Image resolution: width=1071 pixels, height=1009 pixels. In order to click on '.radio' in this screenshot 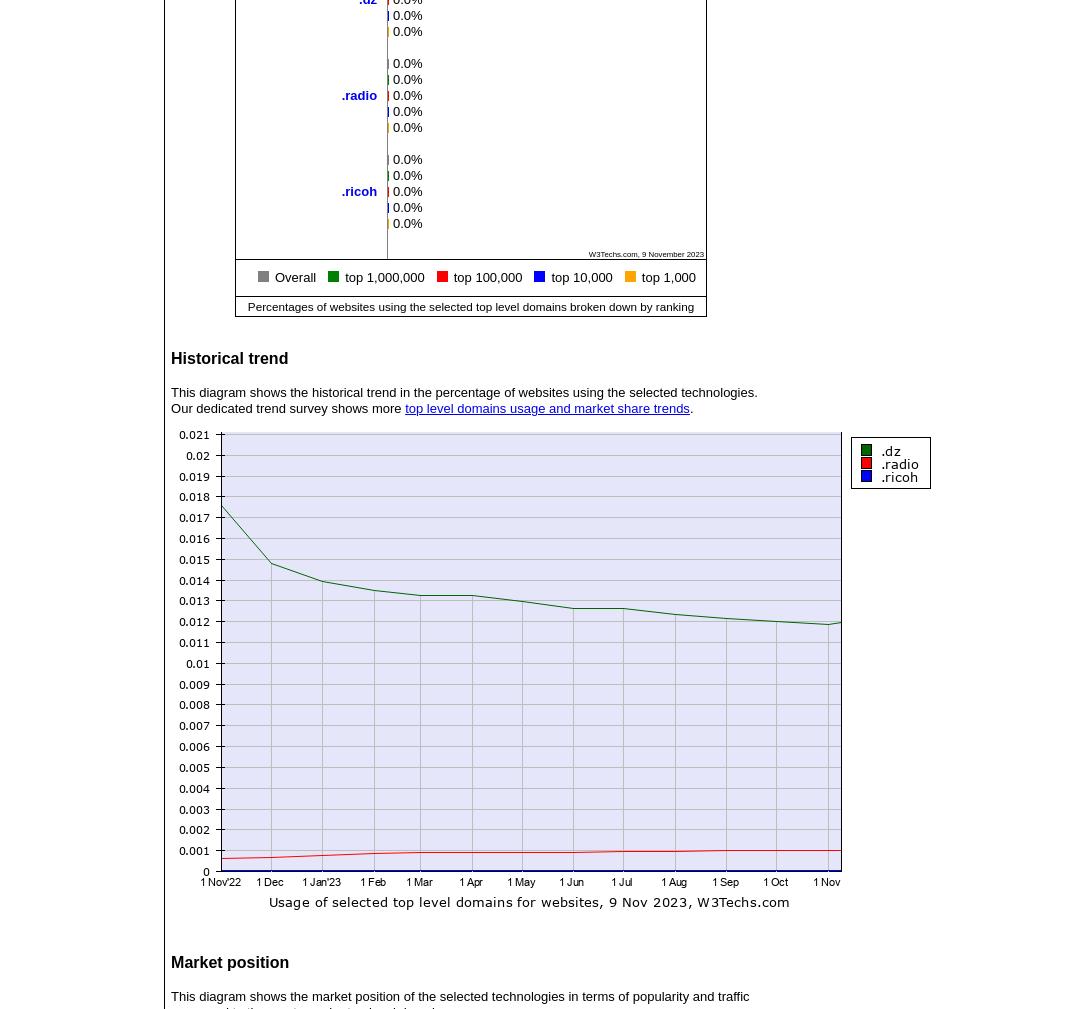, I will do `click(357, 94)`.